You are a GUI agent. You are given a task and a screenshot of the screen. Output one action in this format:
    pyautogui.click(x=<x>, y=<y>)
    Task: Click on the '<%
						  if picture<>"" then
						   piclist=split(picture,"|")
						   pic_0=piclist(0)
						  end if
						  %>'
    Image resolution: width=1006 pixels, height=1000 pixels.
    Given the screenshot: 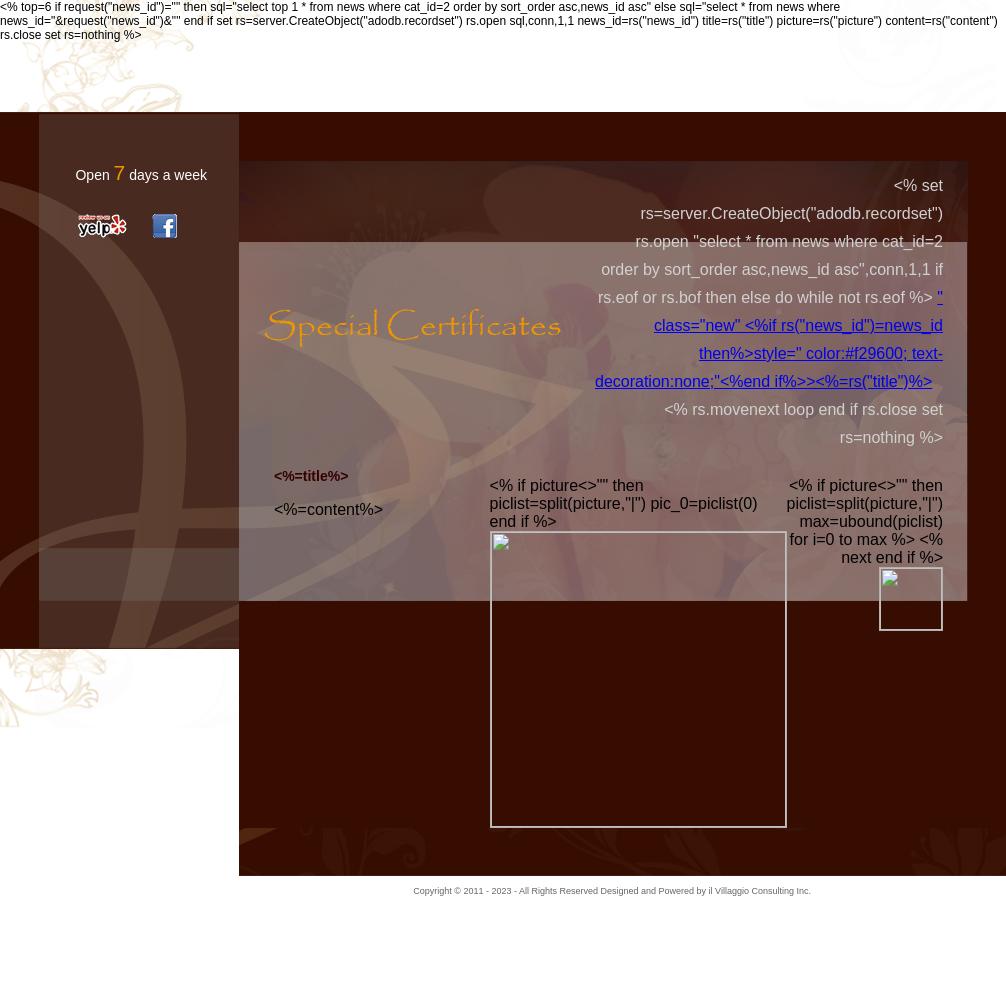 What is the action you would take?
    pyautogui.click(x=623, y=503)
    